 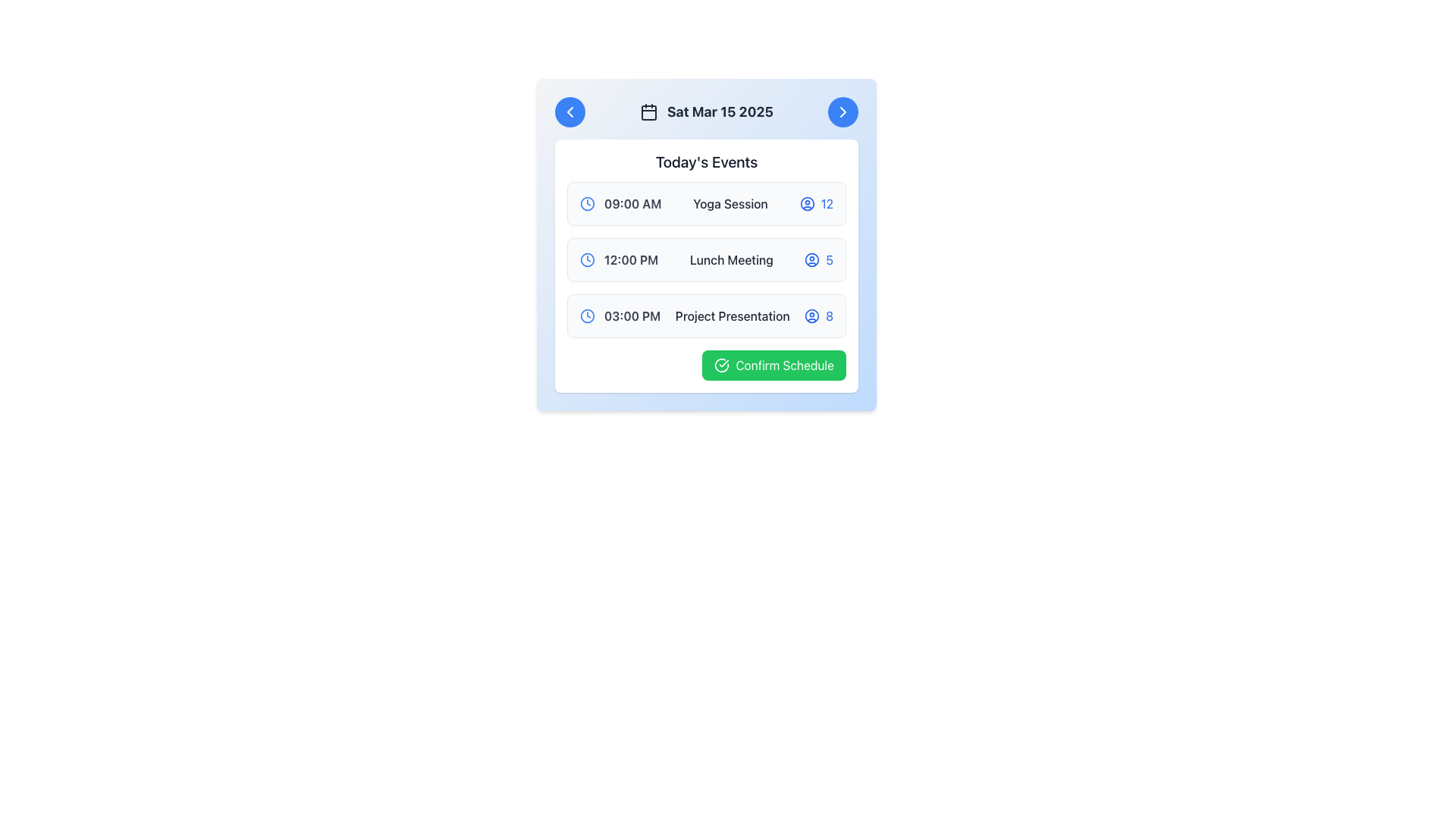 I want to click on the numeric text indicator displaying '12', which is located next to a user icon in the first event card, indicating participant count for the 'Yoga Session', so click(x=815, y=203).